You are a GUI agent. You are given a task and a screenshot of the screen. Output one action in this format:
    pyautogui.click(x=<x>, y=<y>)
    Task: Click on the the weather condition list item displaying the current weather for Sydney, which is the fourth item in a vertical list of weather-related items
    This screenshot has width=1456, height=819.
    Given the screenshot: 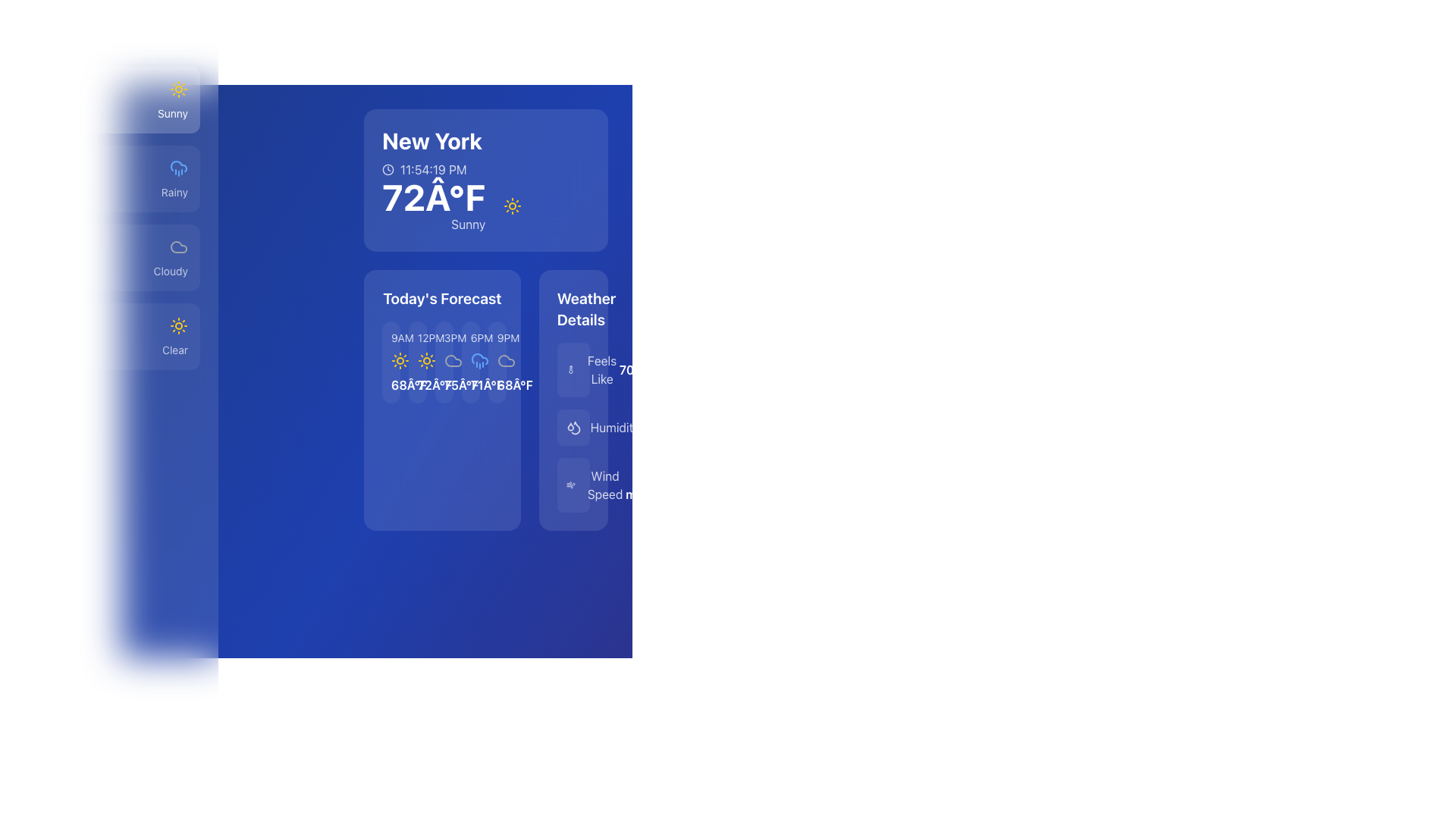 What is the action you would take?
    pyautogui.click(x=108, y=325)
    